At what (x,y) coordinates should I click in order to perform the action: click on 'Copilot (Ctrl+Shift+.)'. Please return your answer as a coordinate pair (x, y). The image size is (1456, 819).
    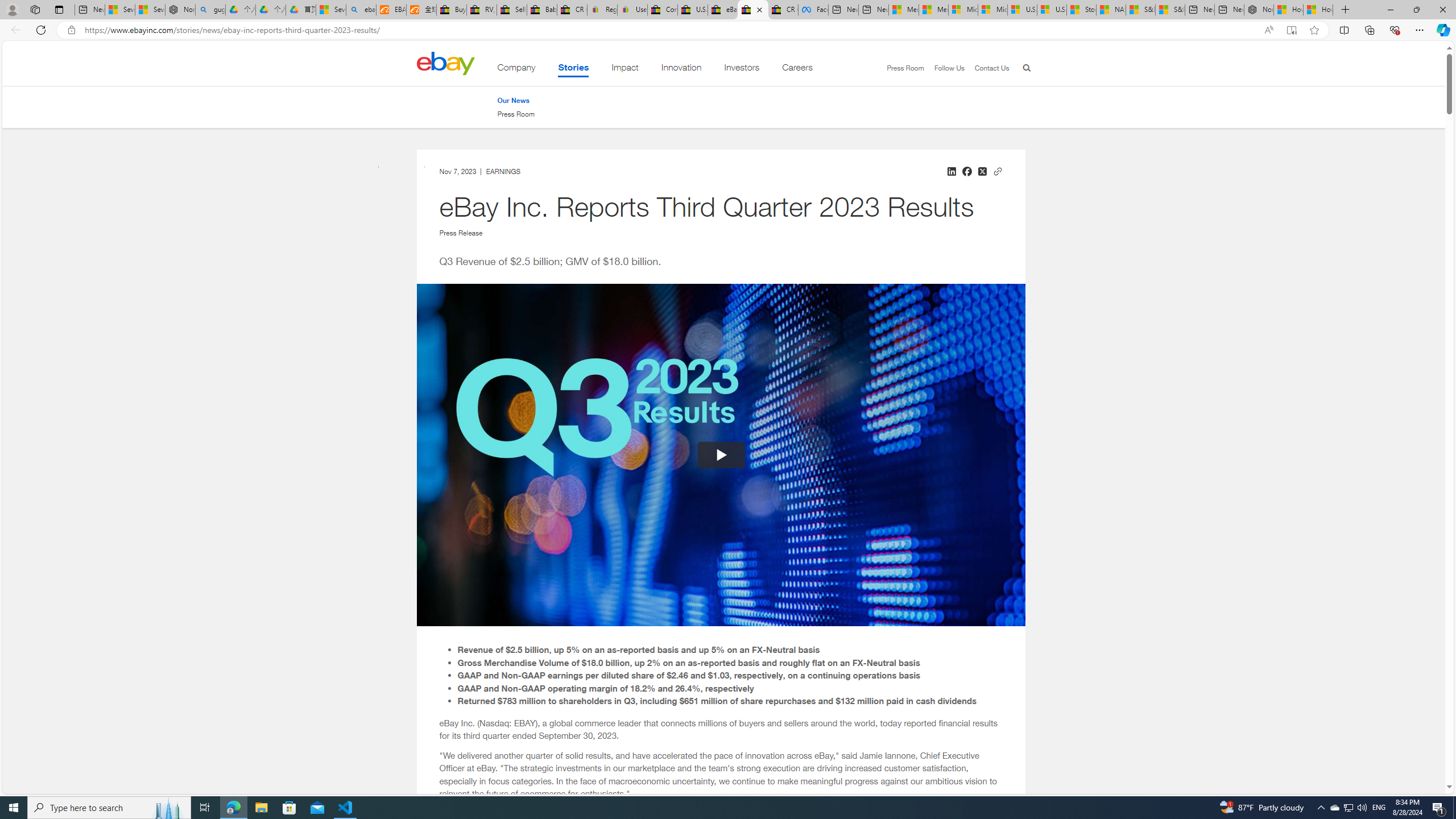
    Looking at the image, I should click on (1442, 29).